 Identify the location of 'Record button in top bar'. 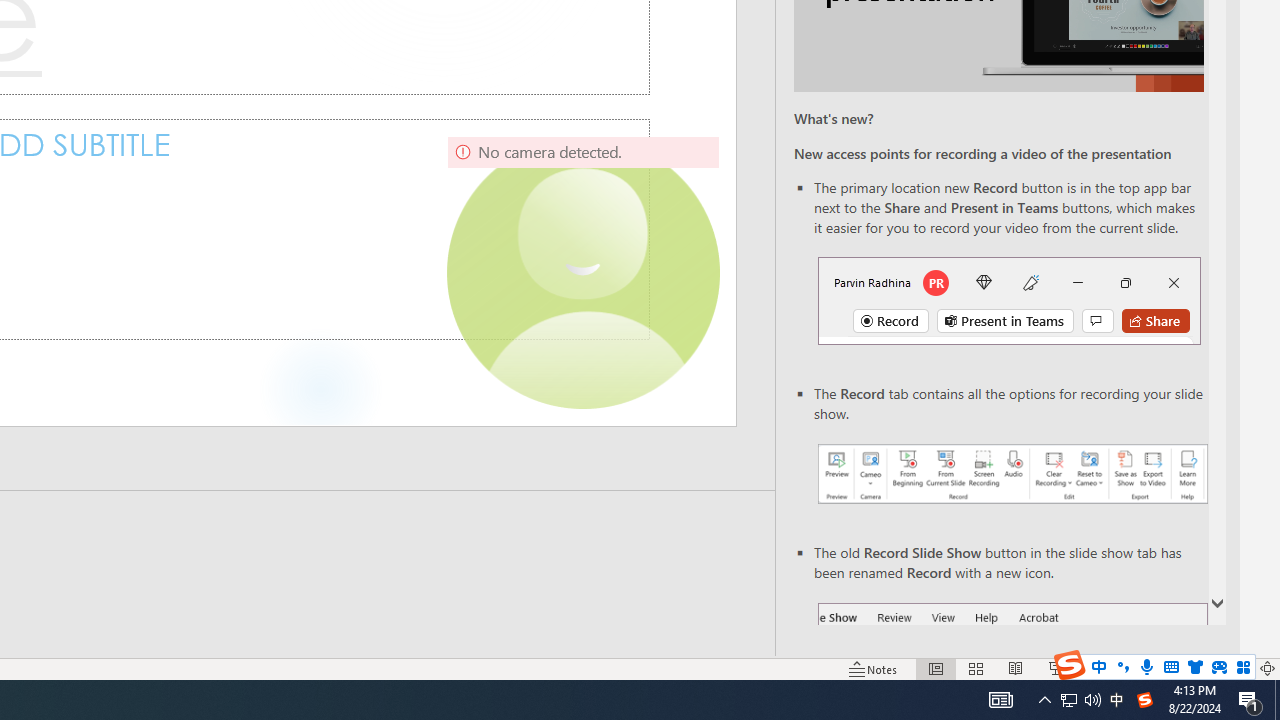
(1009, 300).